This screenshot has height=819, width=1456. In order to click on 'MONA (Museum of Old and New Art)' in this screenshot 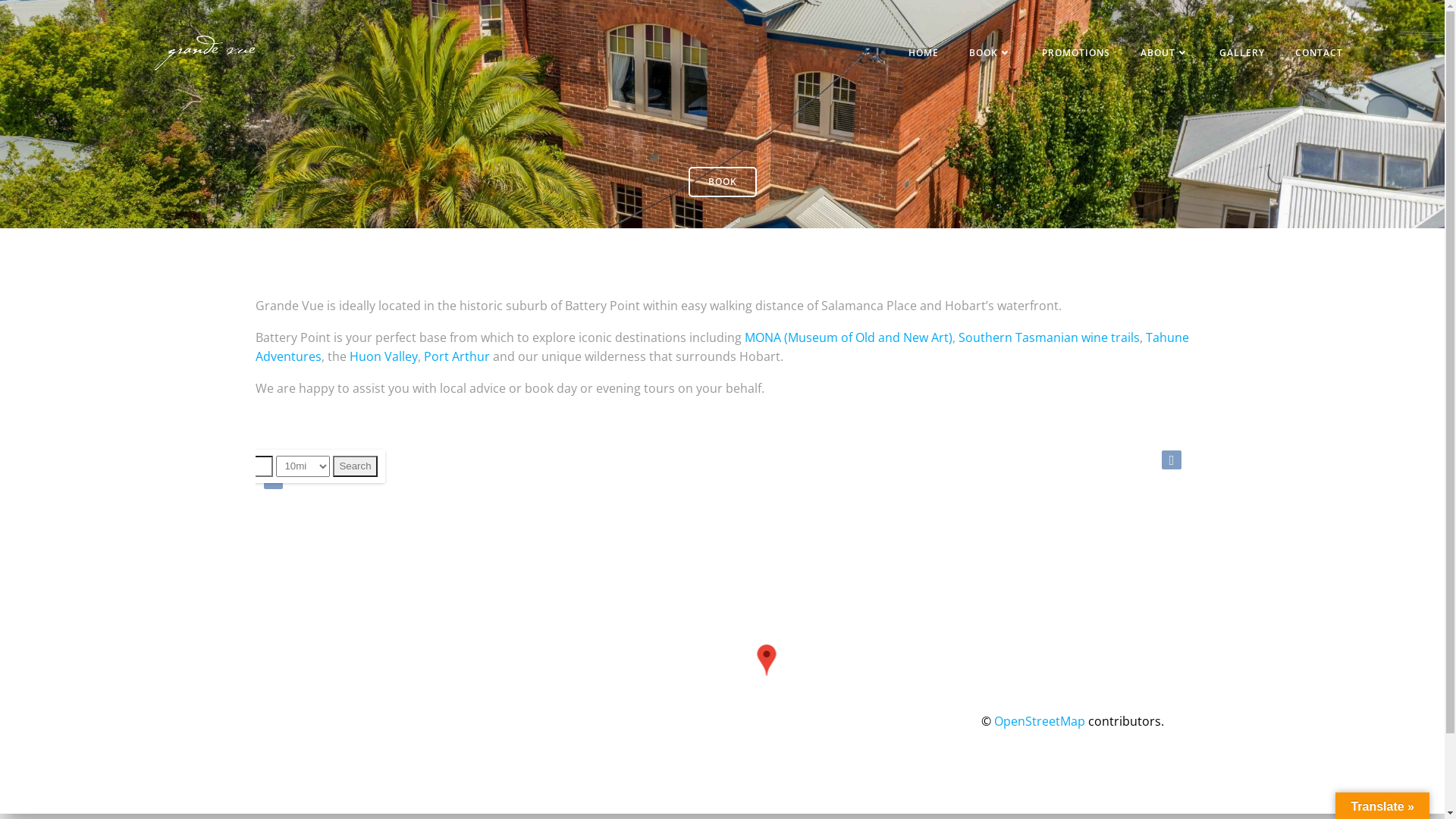, I will do `click(745, 336)`.